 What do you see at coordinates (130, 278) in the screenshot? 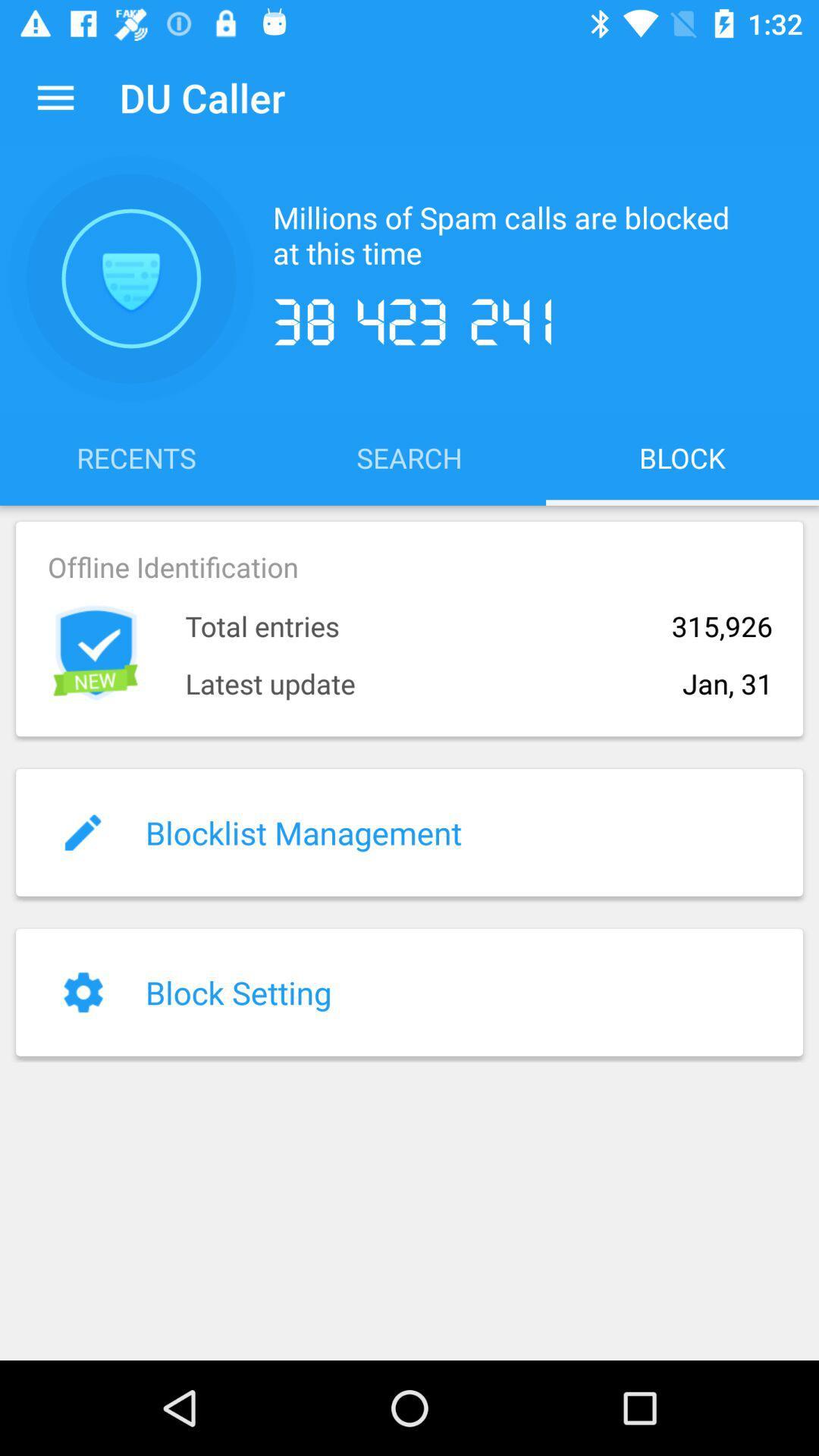
I see `item next to the millions of spam item` at bounding box center [130, 278].